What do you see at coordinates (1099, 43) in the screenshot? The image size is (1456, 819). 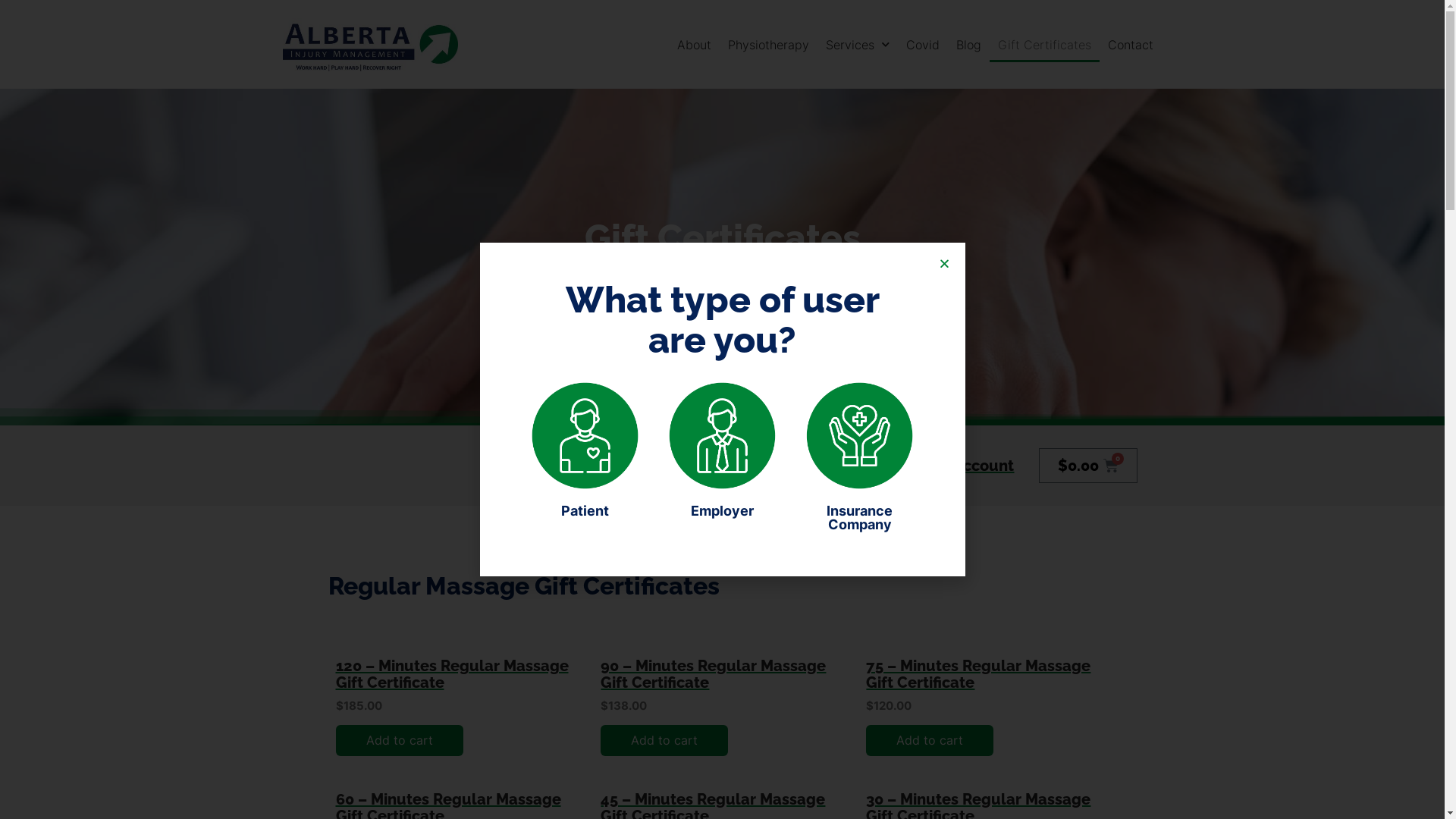 I see `'Contact'` at bounding box center [1099, 43].